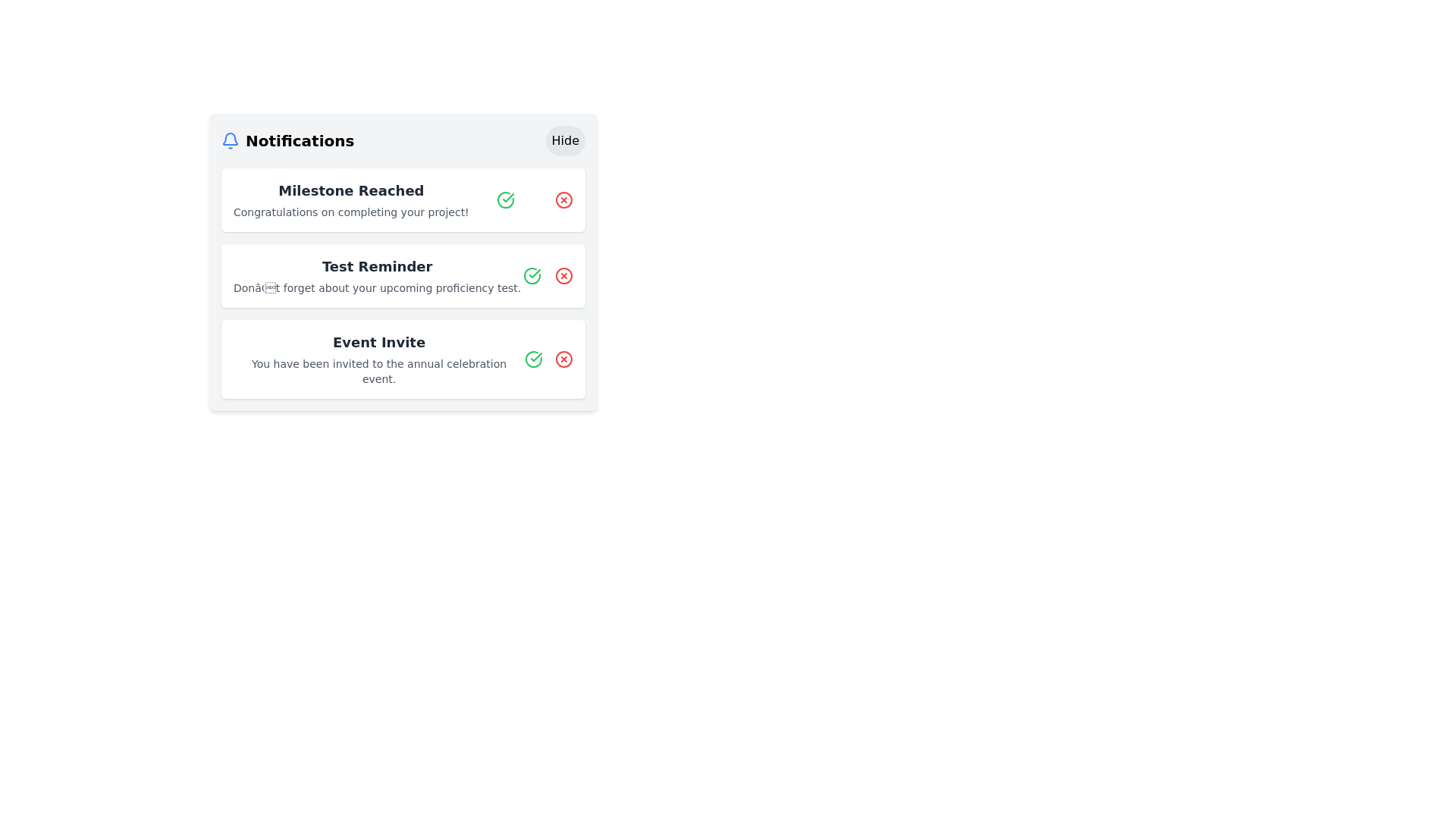  I want to click on the success status icon located to the right of the text 'Milestone Reached Congratulations on completing your project!' in the first notification card to acknowledge the notification, so click(506, 199).